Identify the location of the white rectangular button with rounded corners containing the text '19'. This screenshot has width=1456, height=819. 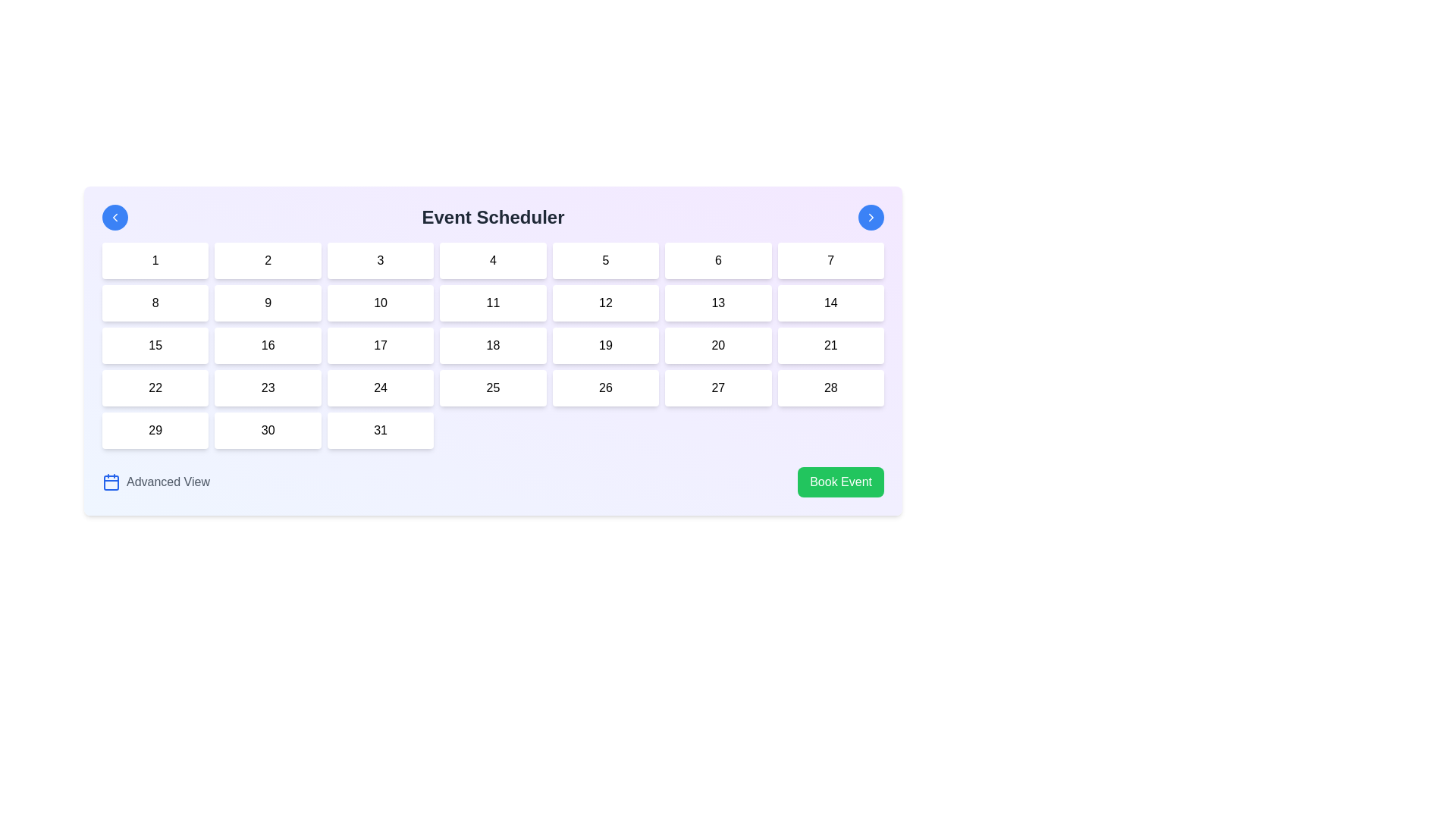
(604, 345).